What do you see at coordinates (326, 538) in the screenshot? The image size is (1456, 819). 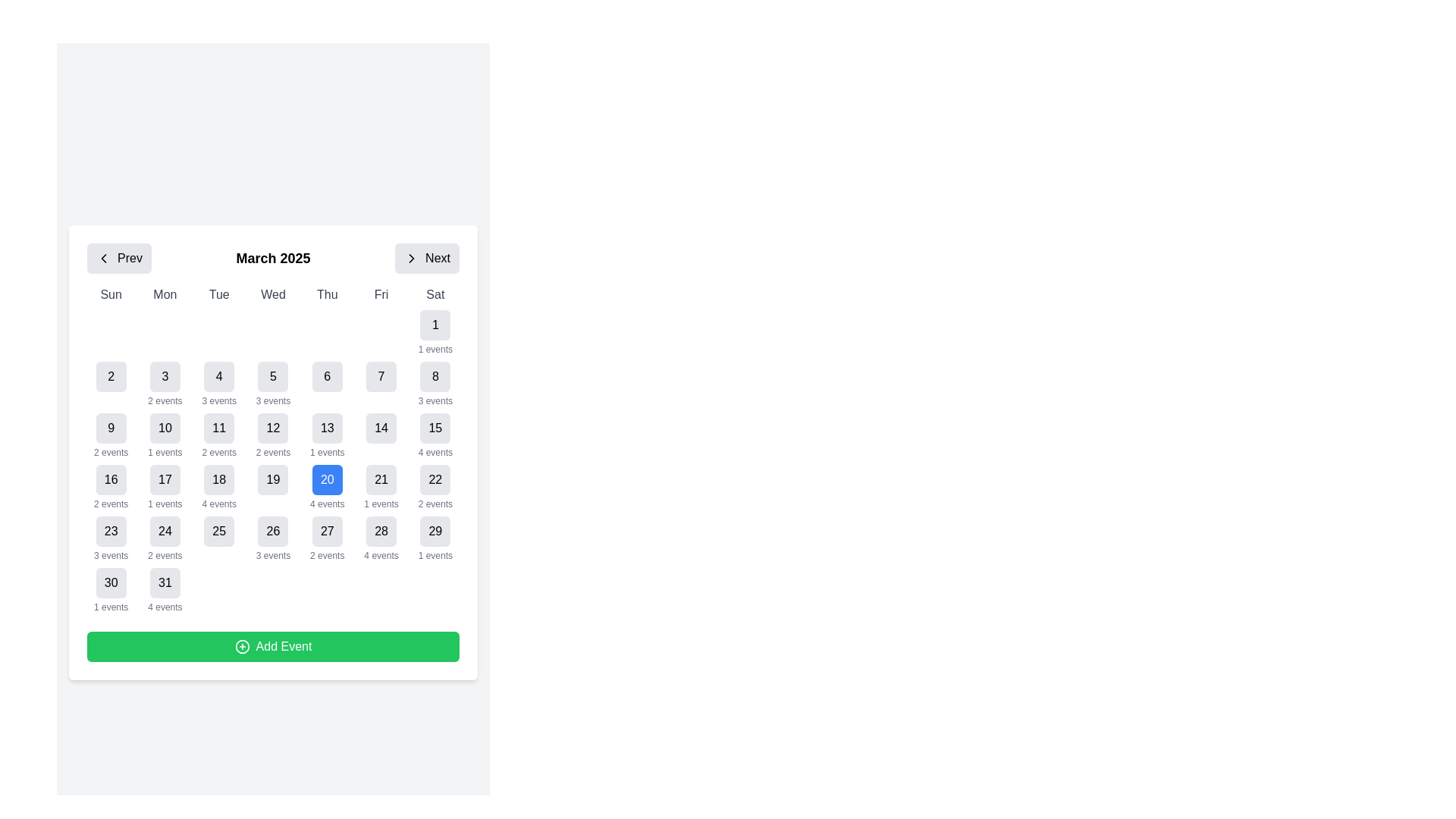 I see `the calendar grid cell representing a date` at bounding box center [326, 538].